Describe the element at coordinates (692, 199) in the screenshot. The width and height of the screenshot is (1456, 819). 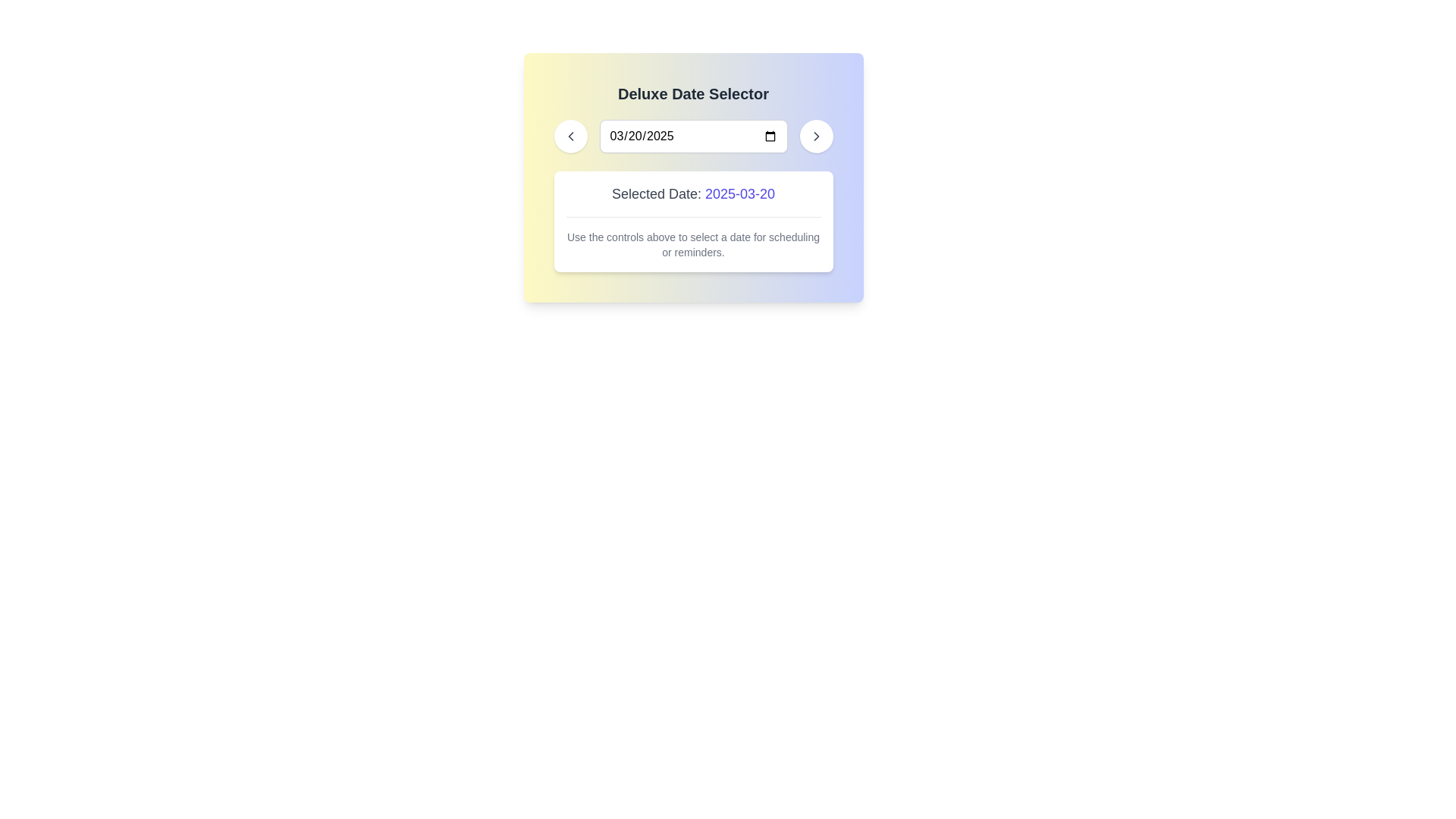
I see `displayed date from the static text element that shows 'Selected Date: 2025-03-20', which is centrally located above the descriptive text and below the date selector` at that location.